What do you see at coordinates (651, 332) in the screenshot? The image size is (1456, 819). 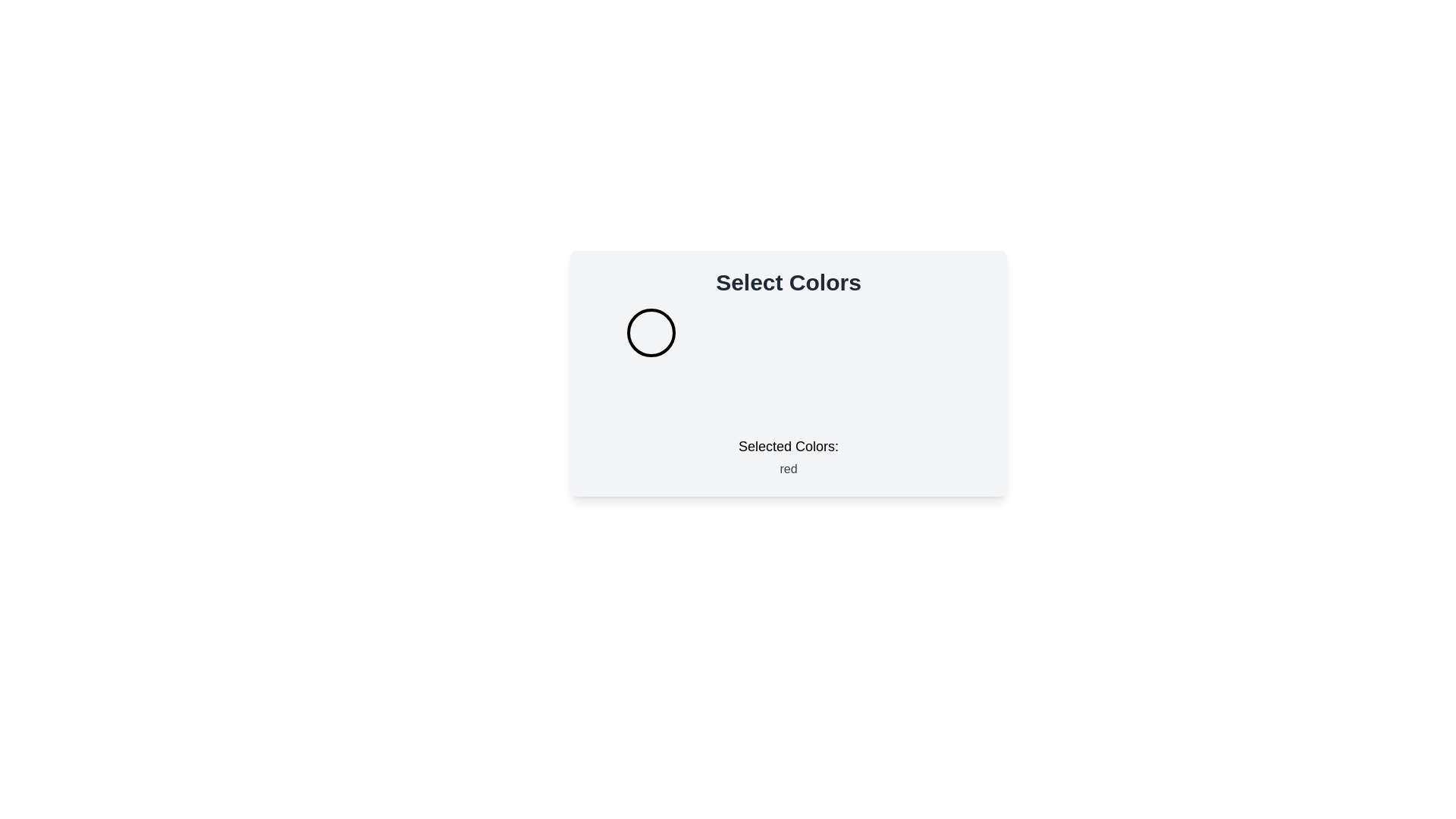 I see `the circular selectable button with a black border and red fill located in the first row and first column of a 3x4 grid` at bounding box center [651, 332].